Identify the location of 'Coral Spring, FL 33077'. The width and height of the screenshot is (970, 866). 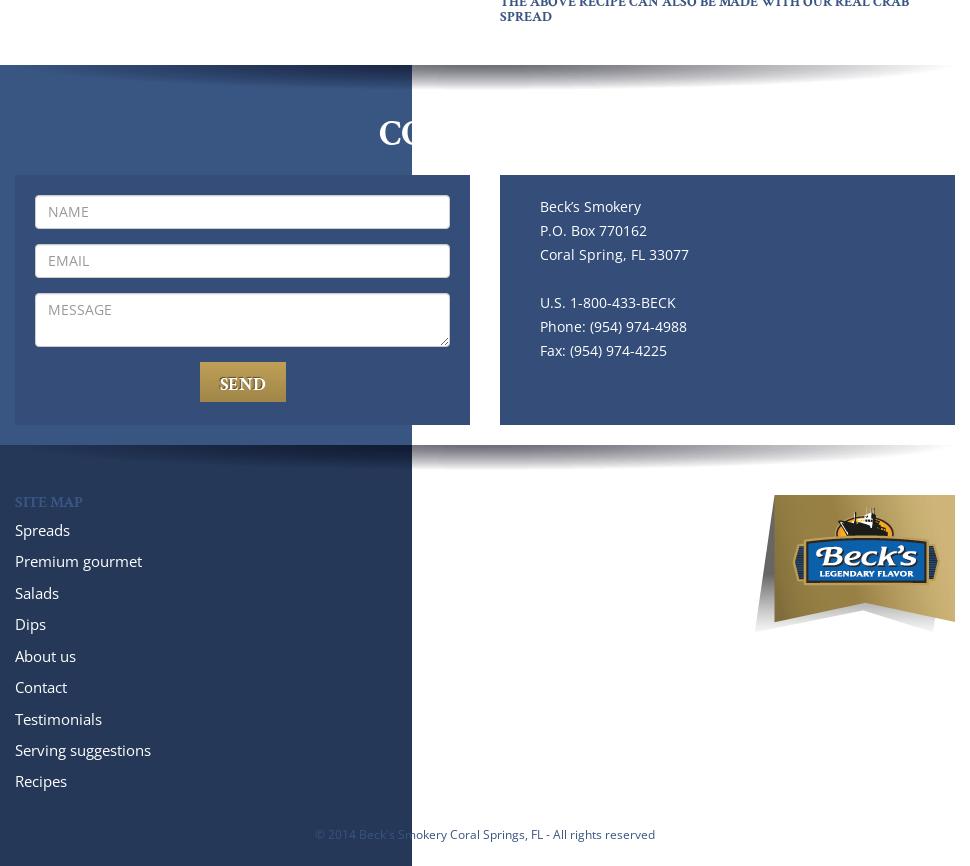
(614, 252).